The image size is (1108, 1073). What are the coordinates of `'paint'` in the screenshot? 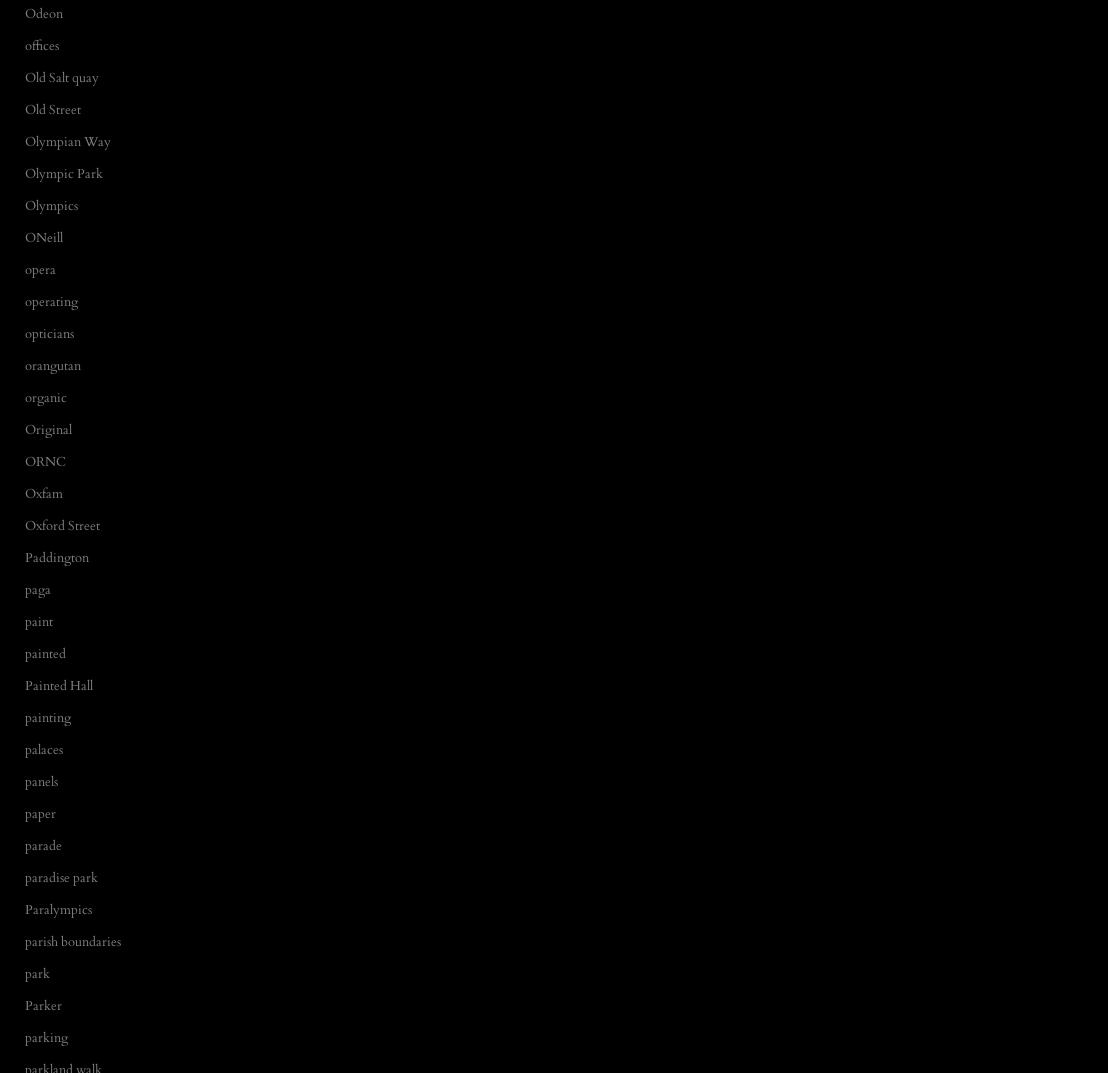 It's located at (39, 620).